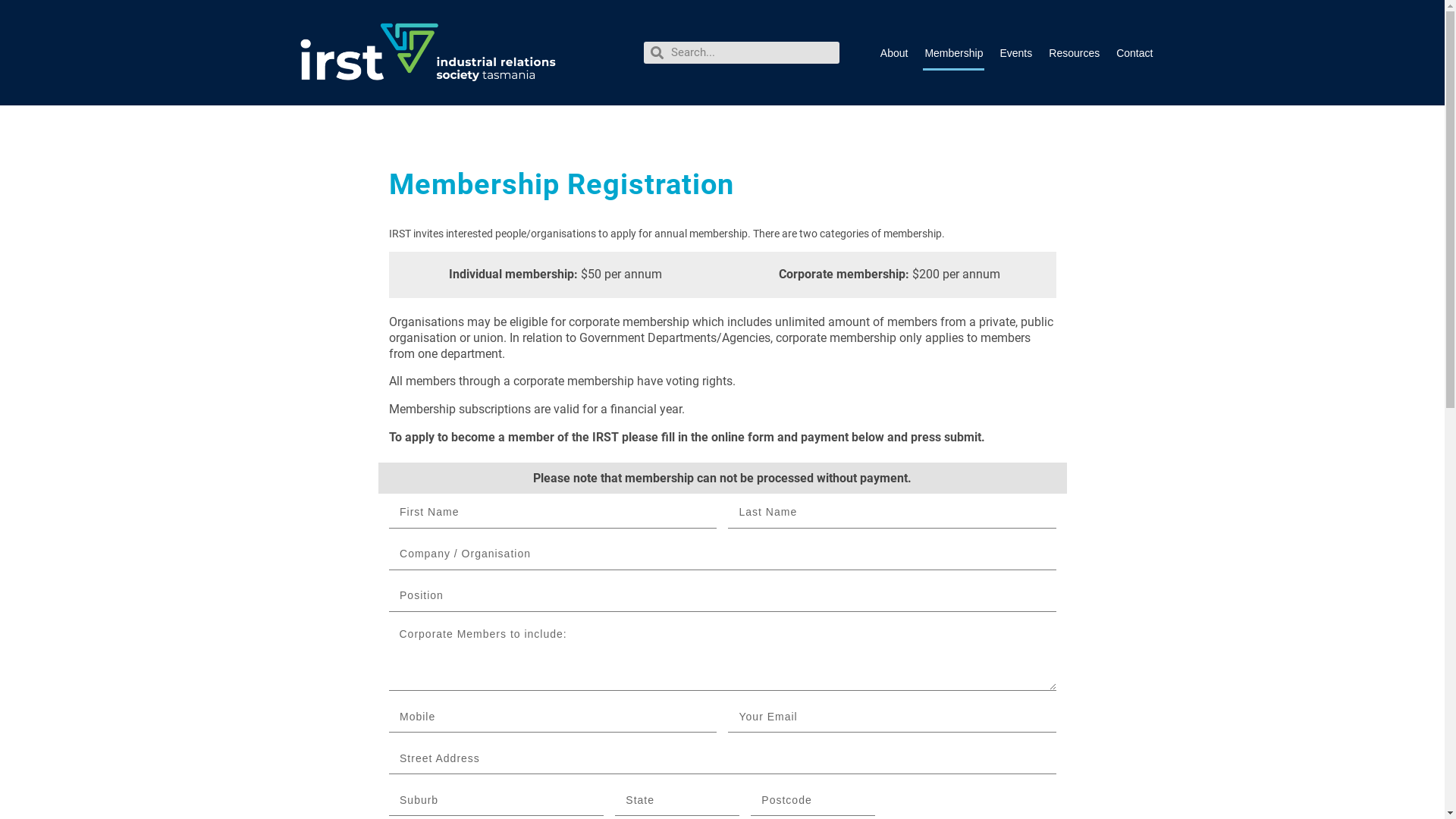  What do you see at coordinates (952, 52) in the screenshot?
I see `'Membership'` at bounding box center [952, 52].